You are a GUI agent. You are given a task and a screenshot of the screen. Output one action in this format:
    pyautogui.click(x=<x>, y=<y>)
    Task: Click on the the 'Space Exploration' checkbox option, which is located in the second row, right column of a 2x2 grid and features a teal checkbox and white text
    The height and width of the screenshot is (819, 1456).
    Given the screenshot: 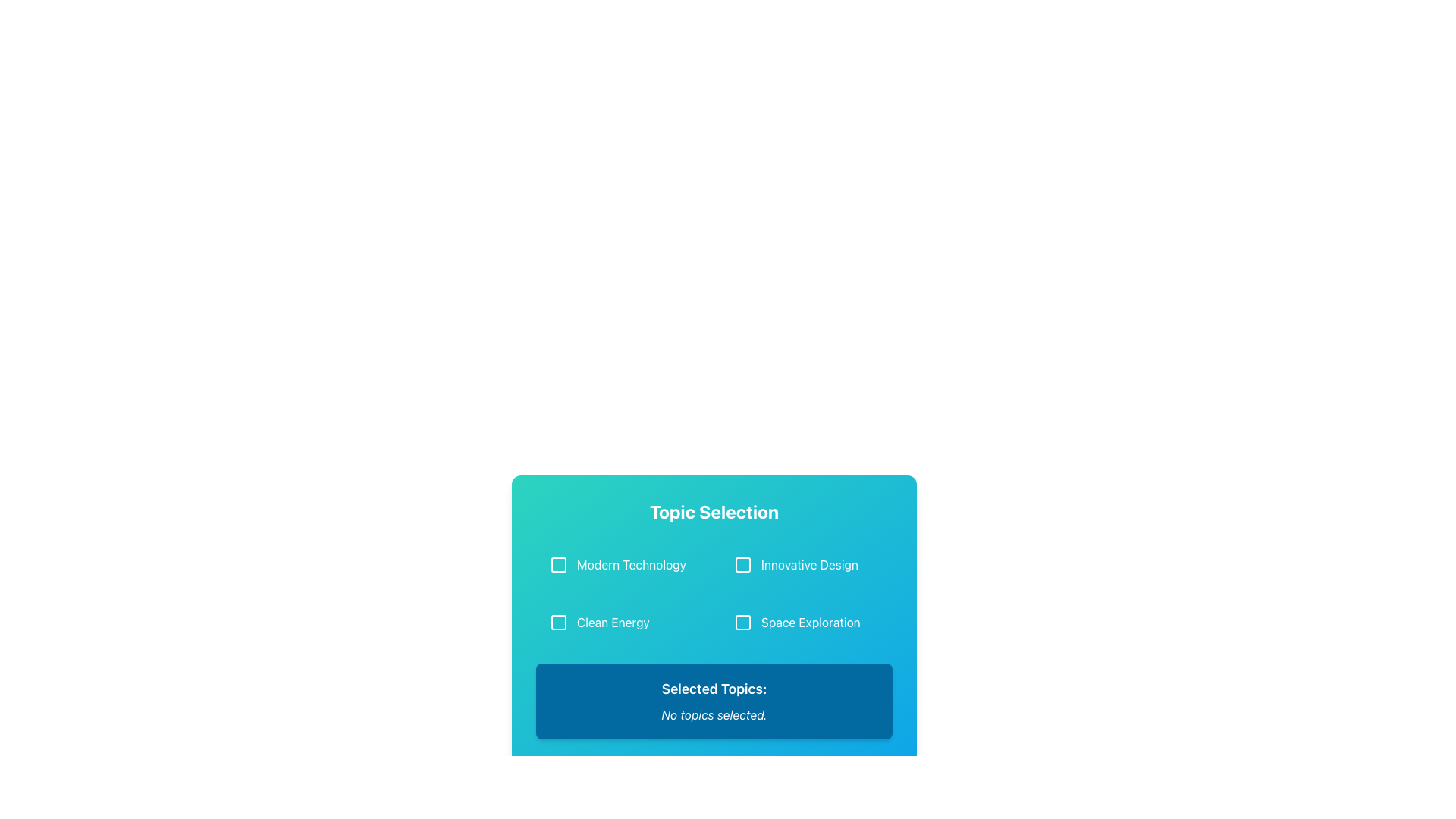 What is the action you would take?
    pyautogui.click(x=805, y=623)
    